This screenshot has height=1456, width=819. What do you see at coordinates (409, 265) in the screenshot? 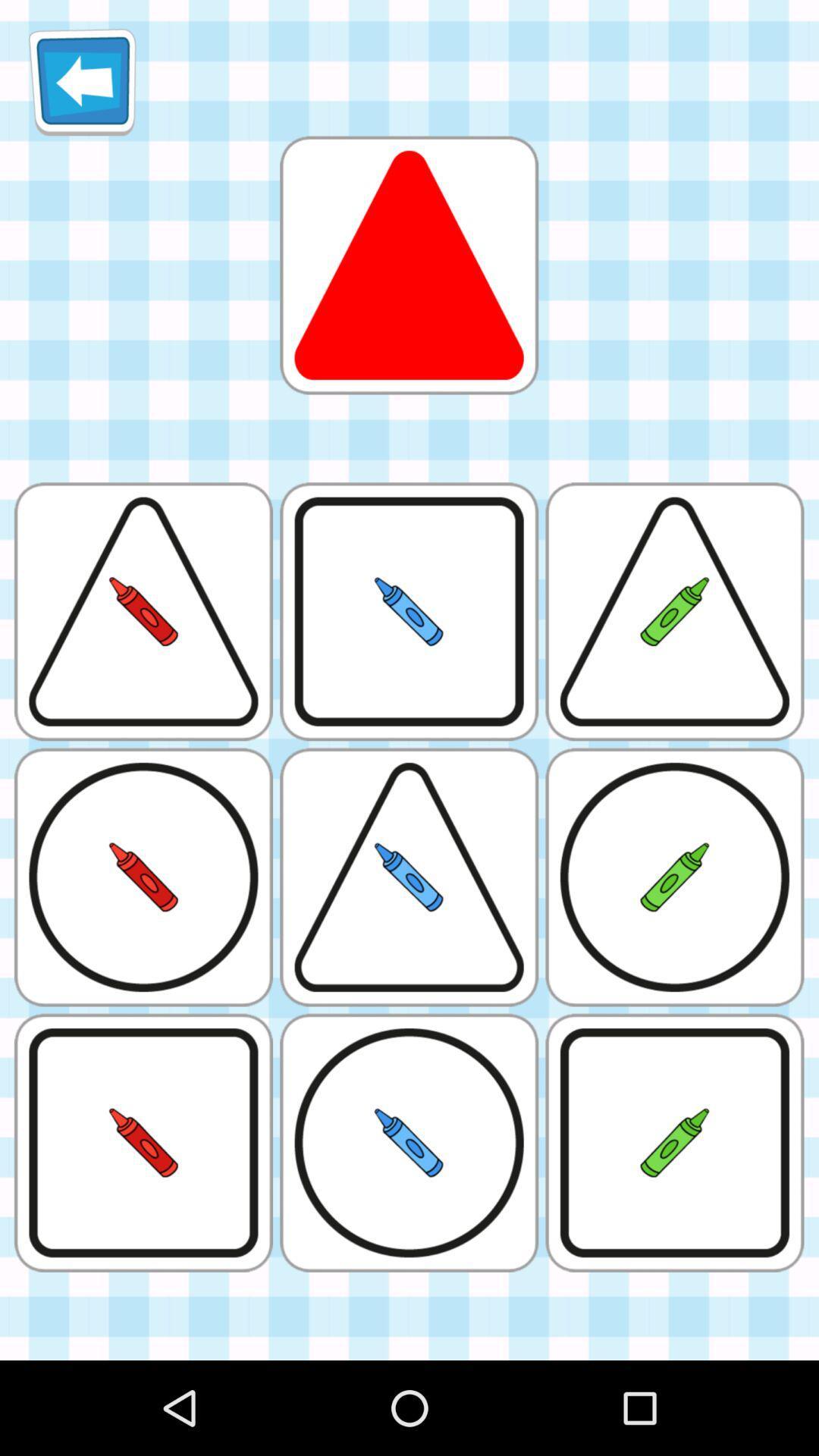
I see `the image in the first row` at bounding box center [409, 265].